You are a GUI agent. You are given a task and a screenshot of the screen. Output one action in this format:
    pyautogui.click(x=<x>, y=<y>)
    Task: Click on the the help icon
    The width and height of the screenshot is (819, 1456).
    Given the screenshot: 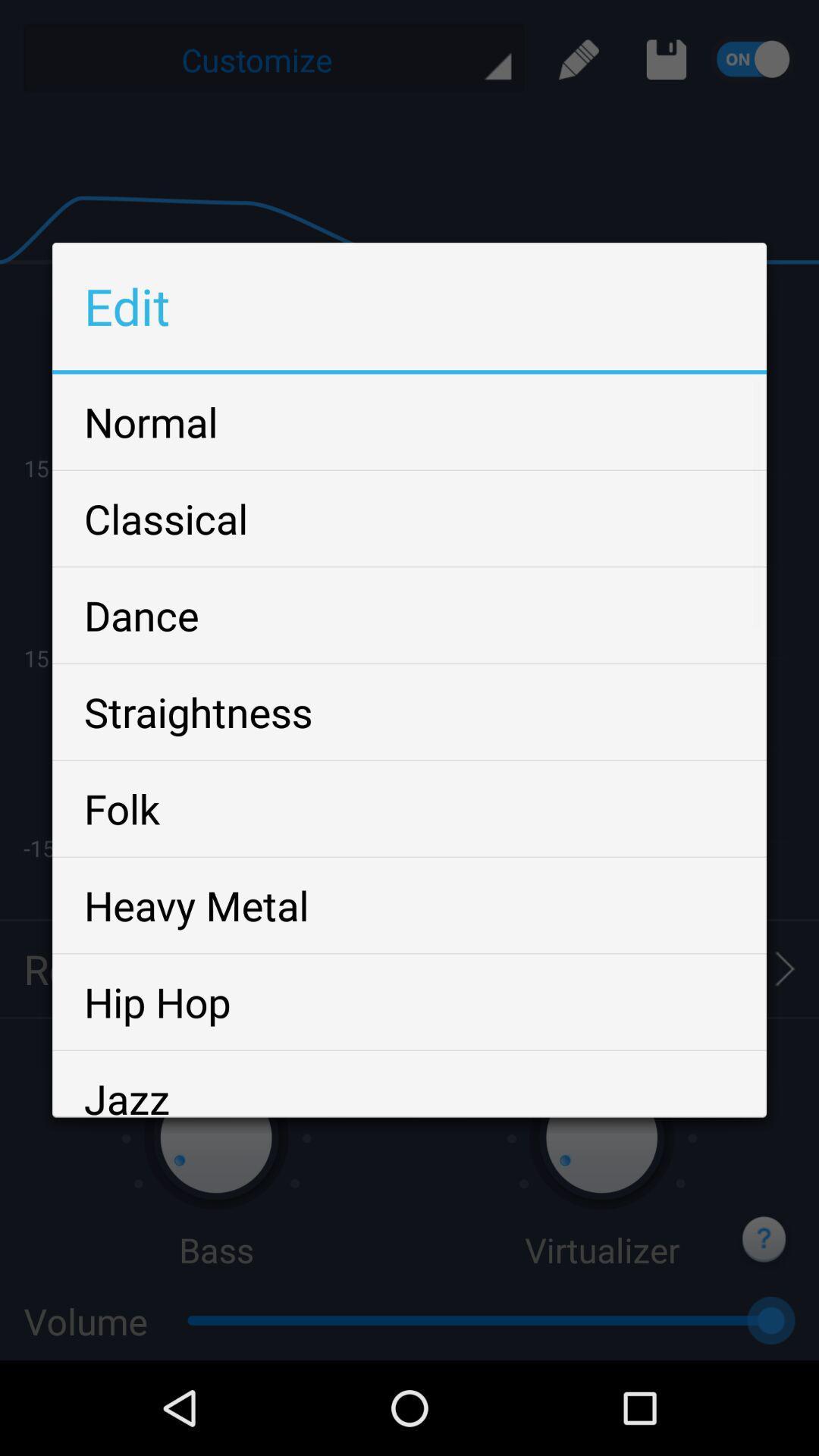 What is the action you would take?
    pyautogui.click(x=765, y=1329)
    